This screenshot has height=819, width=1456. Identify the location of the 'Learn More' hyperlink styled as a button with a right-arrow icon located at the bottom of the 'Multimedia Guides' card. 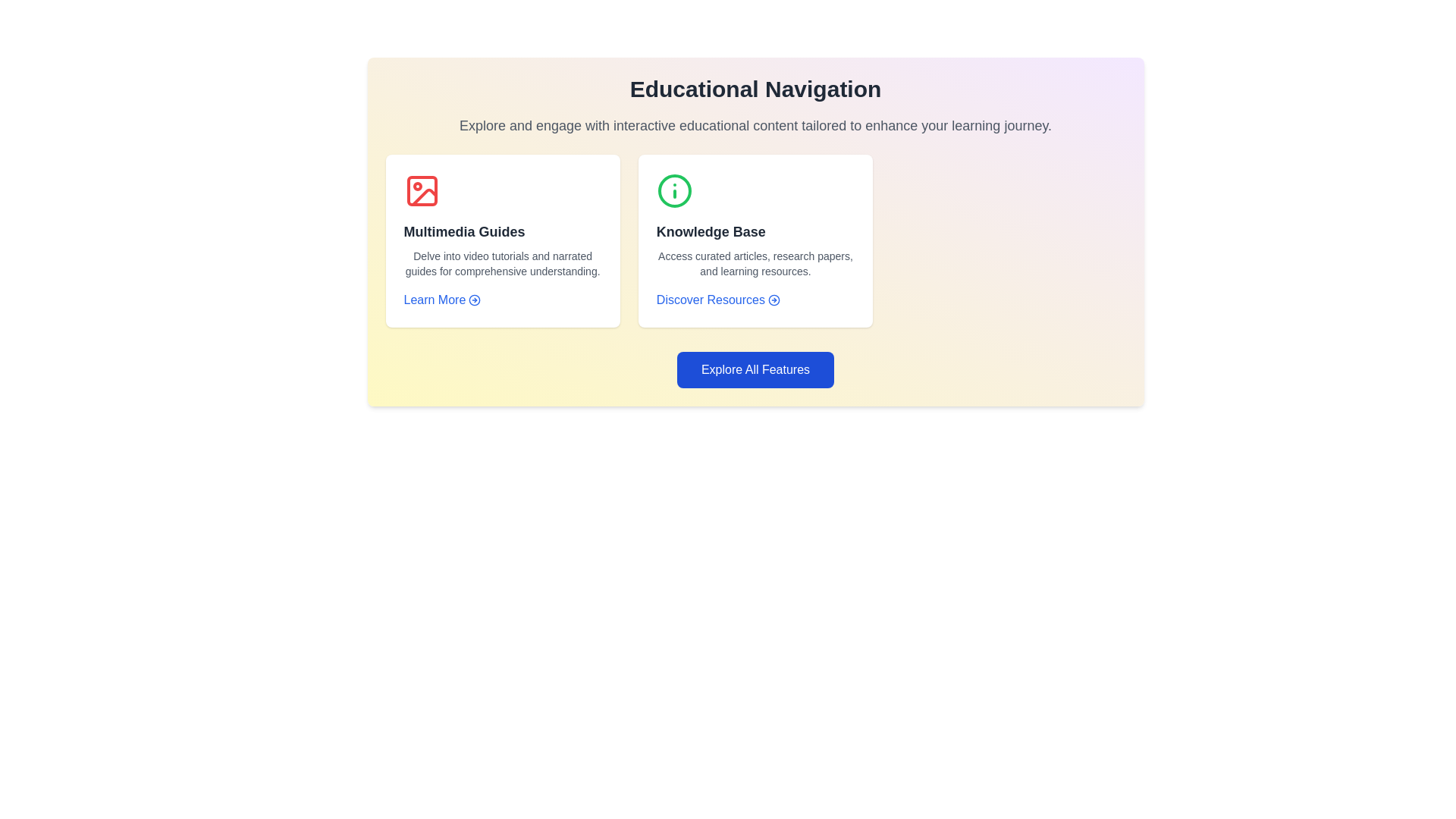
(441, 300).